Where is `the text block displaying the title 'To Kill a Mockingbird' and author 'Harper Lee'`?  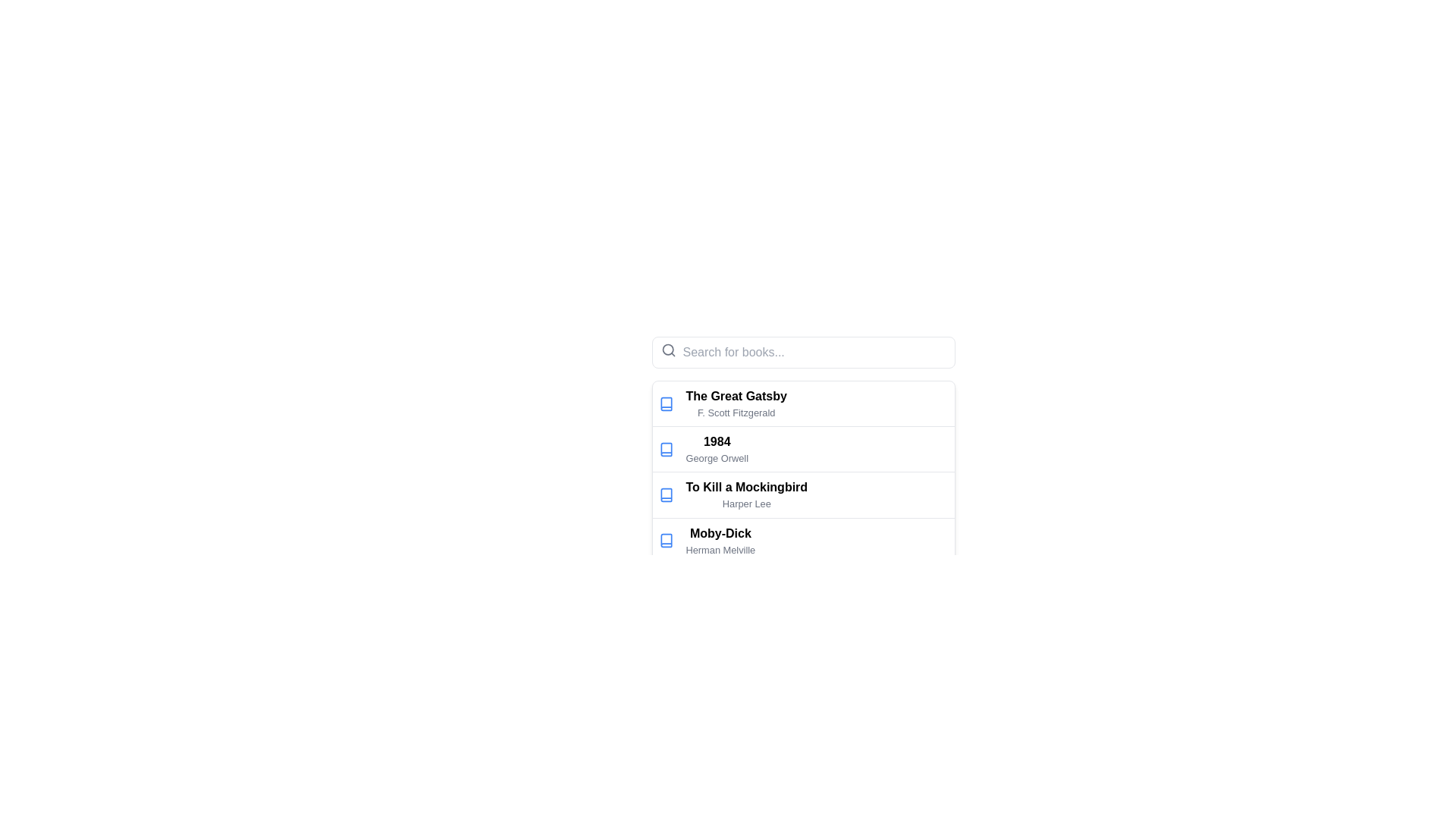
the text block displaying the title 'To Kill a Mockingbird' and author 'Harper Lee' is located at coordinates (746, 494).